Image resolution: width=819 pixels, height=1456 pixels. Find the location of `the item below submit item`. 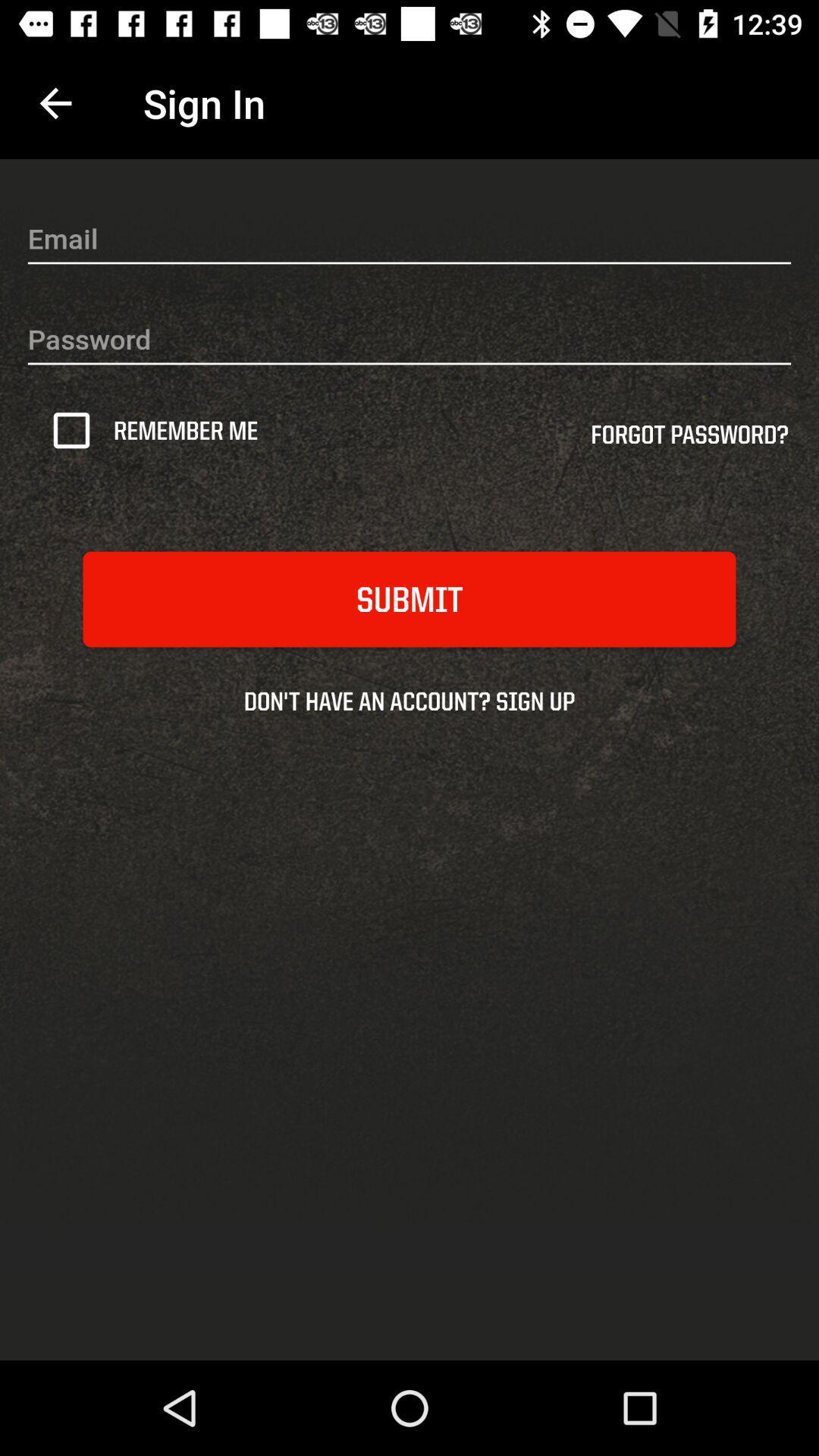

the item below submit item is located at coordinates (409, 700).